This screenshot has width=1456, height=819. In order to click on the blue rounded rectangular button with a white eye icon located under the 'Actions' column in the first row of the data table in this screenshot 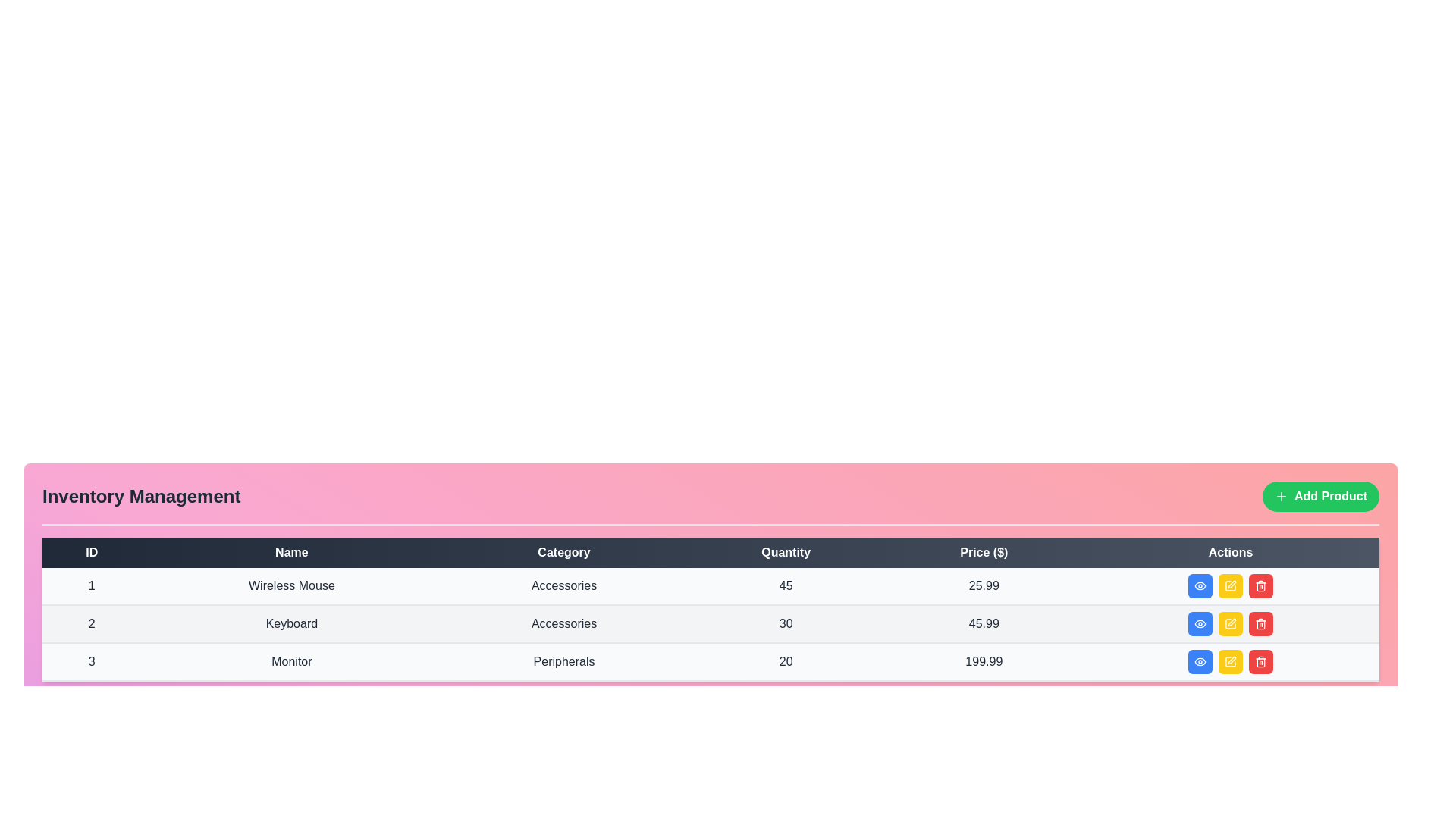, I will do `click(1200, 585)`.